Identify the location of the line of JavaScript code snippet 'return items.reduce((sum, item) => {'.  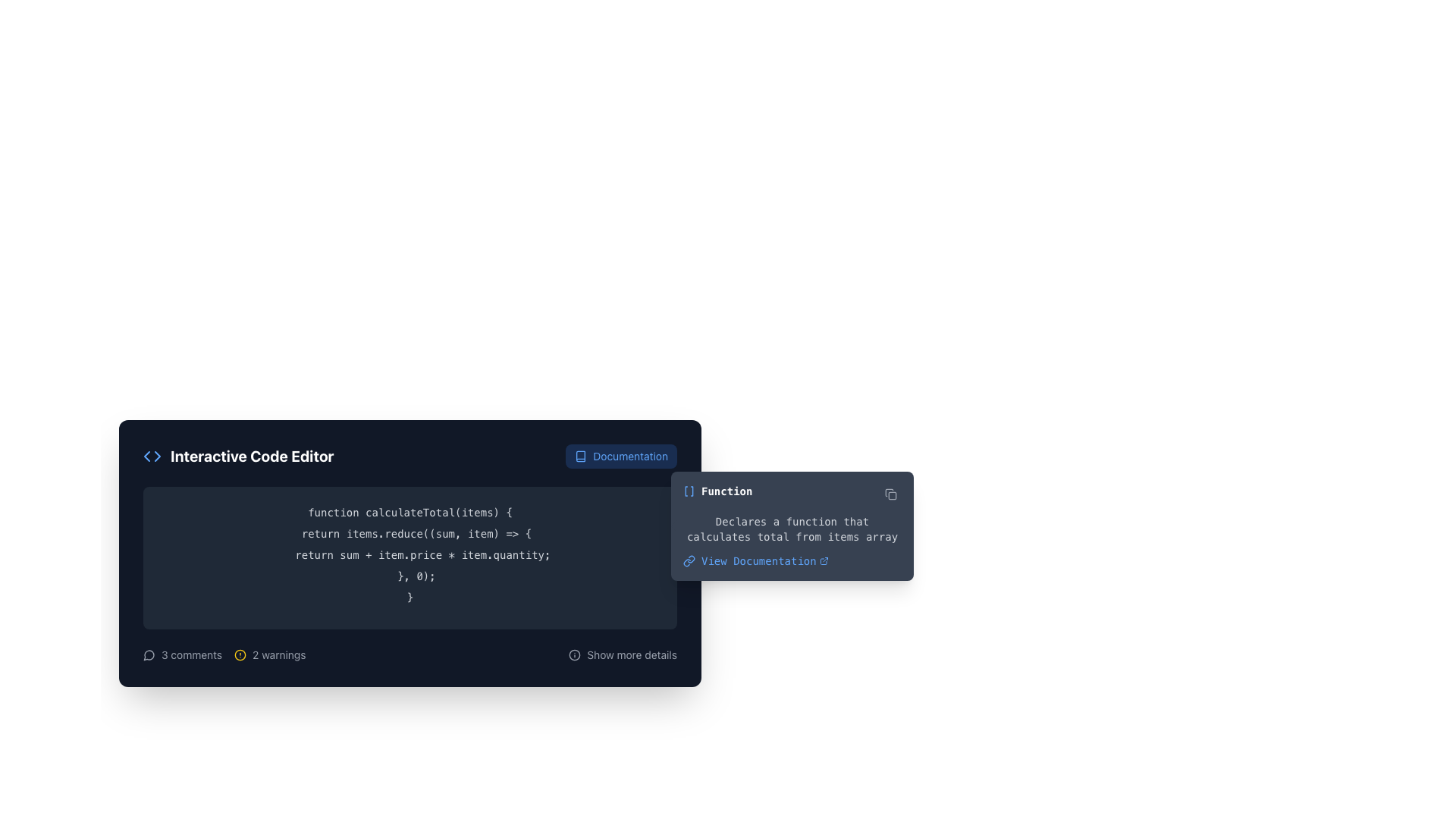
(410, 533).